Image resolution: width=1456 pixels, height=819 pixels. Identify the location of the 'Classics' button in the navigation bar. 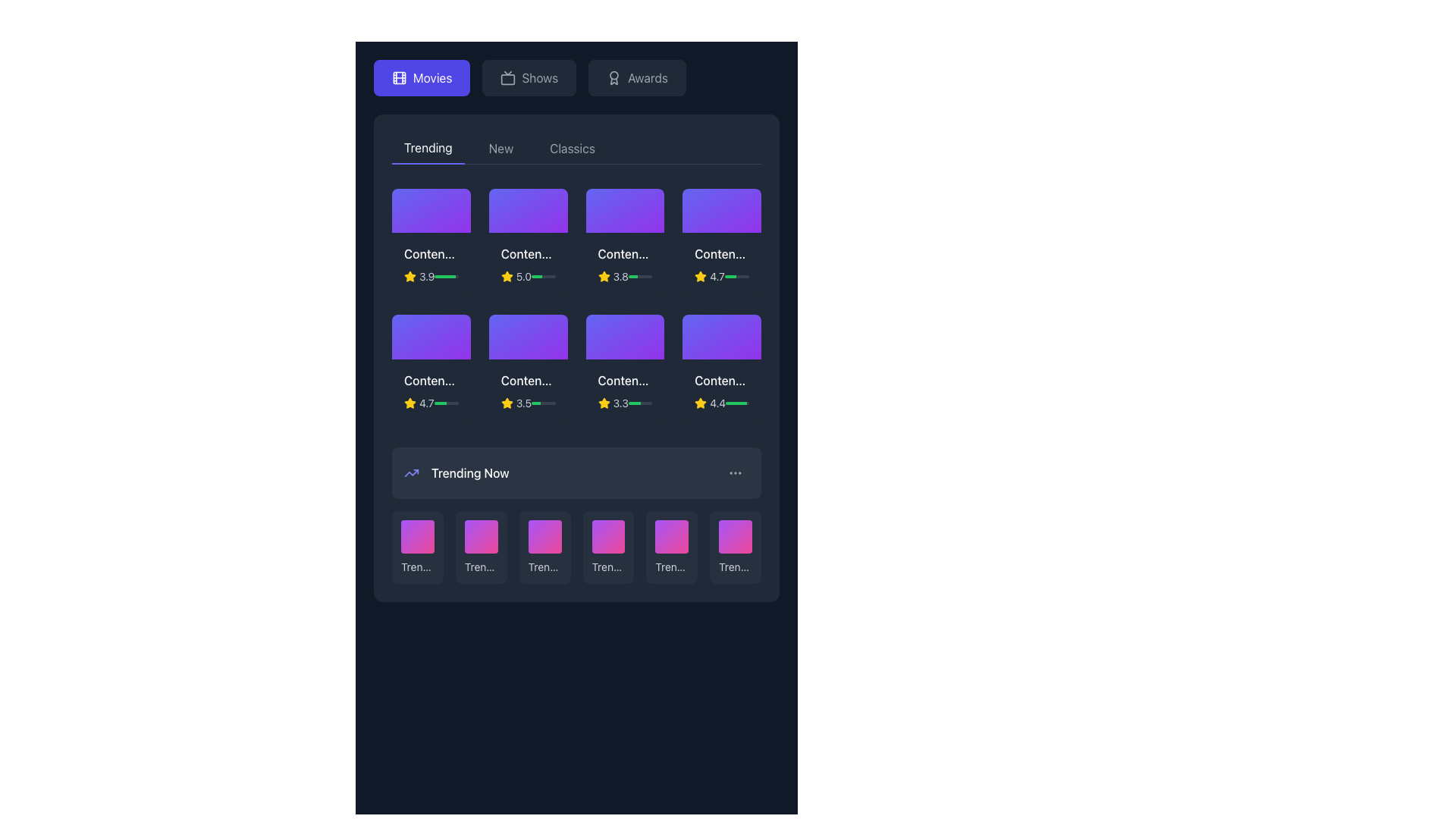
(571, 149).